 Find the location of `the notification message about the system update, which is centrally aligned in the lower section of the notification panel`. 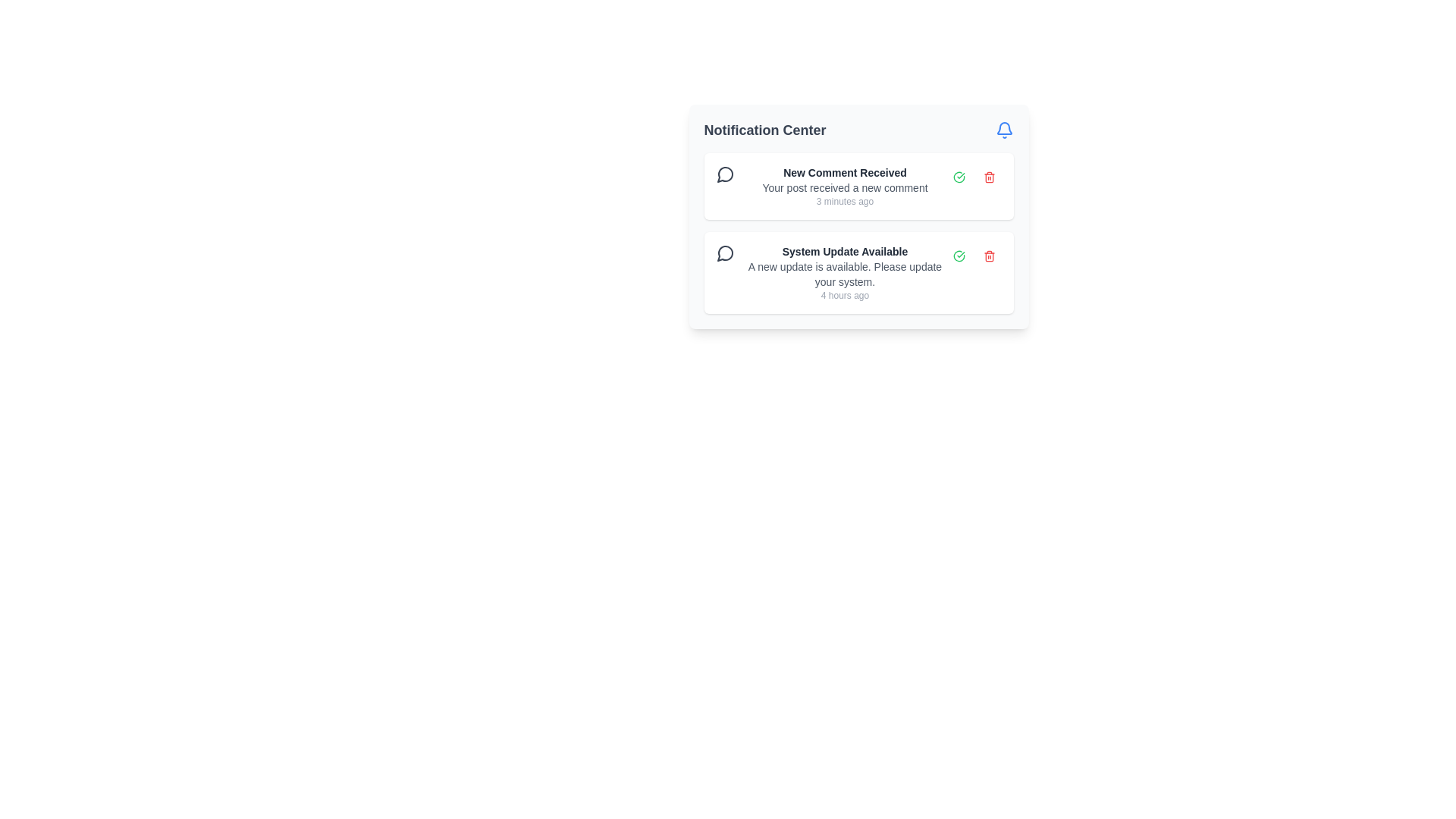

the notification message about the system update, which is centrally aligned in the lower section of the notification panel is located at coordinates (844, 271).